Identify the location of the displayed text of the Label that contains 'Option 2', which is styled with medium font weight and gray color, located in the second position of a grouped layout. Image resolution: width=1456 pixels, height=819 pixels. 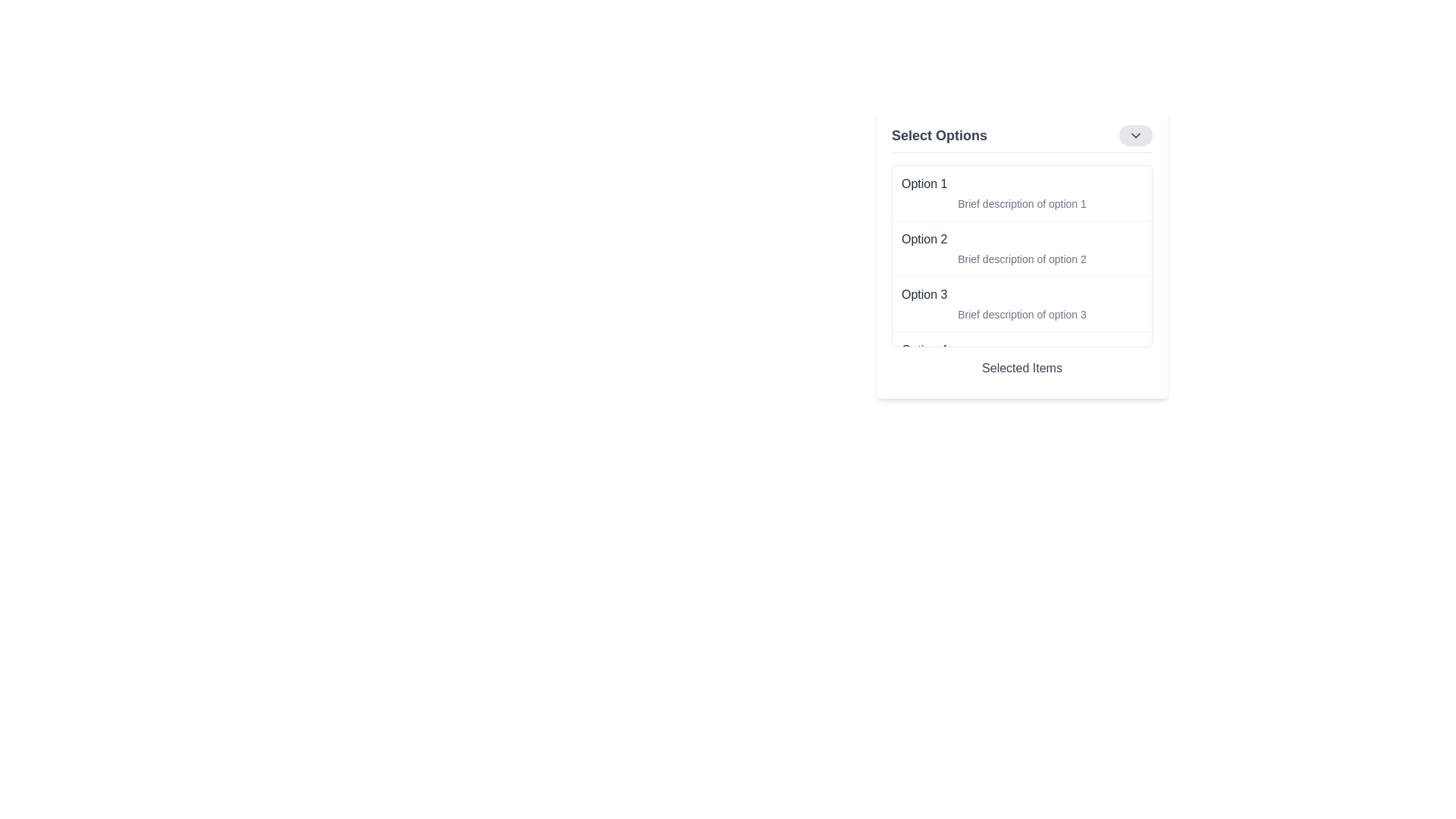
(924, 239).